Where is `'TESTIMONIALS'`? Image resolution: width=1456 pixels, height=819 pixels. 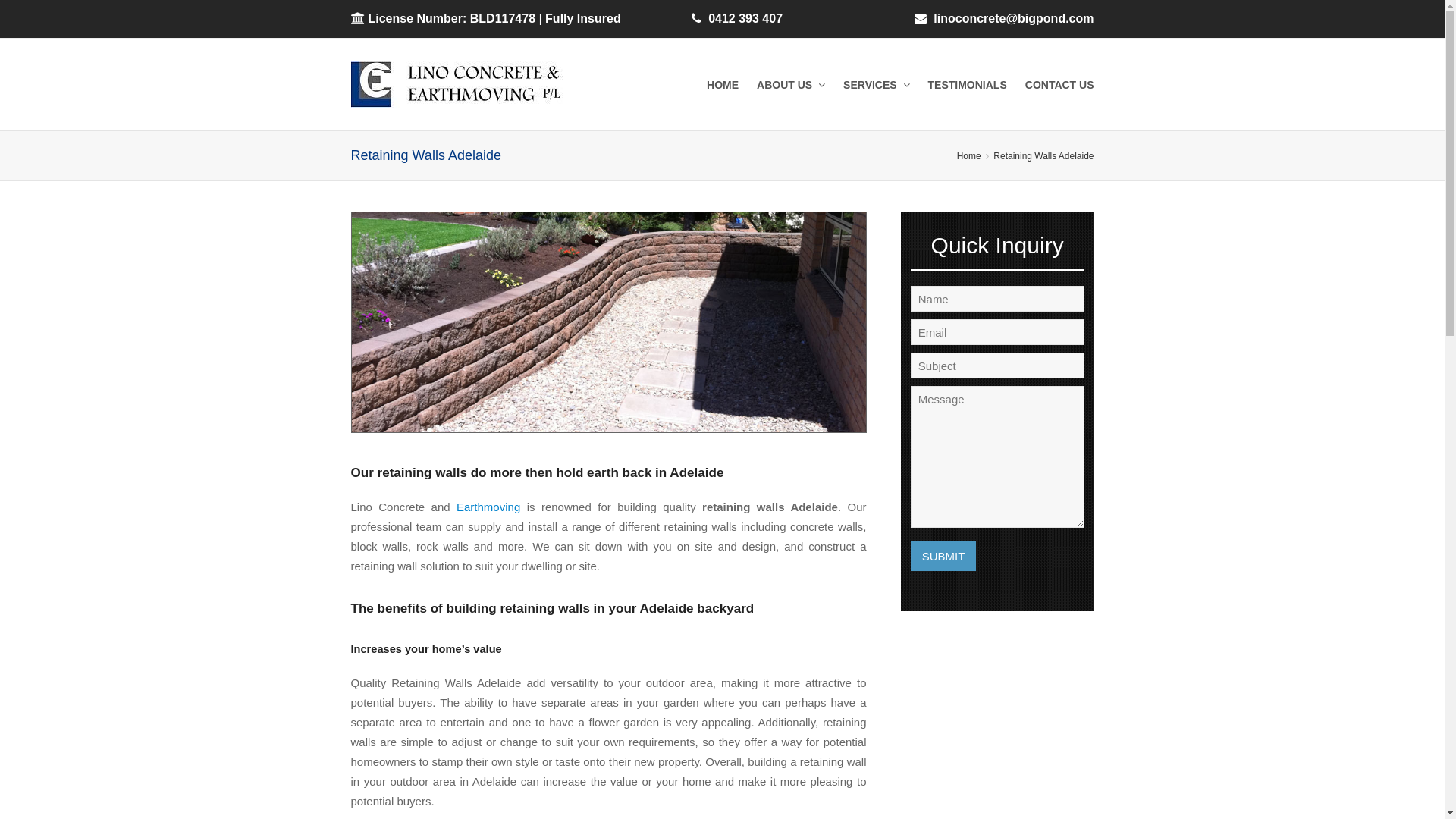 'TESTIMONIALS' is located at coordinates (967, 84).